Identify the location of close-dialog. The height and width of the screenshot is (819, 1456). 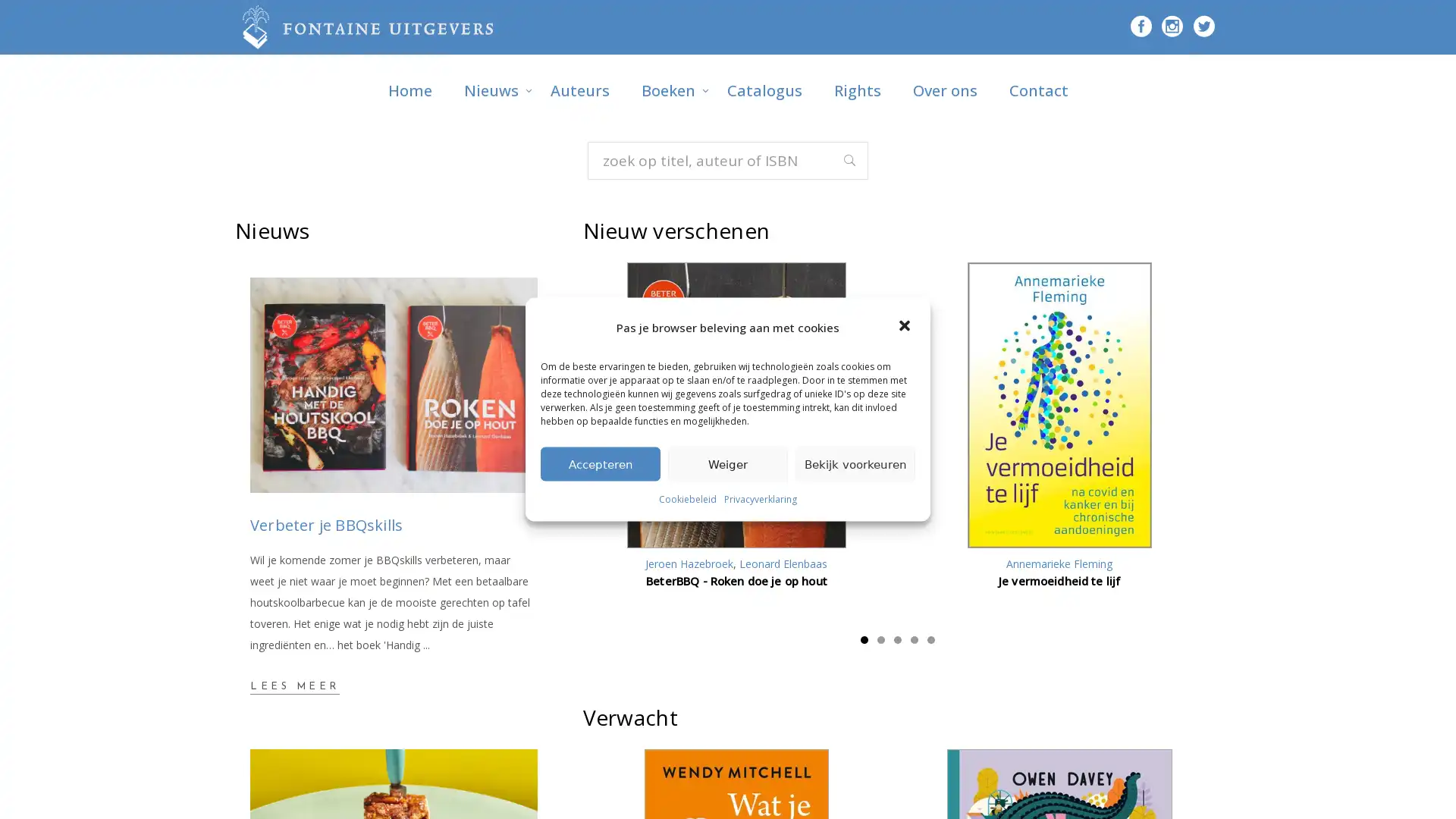
(906, 326).